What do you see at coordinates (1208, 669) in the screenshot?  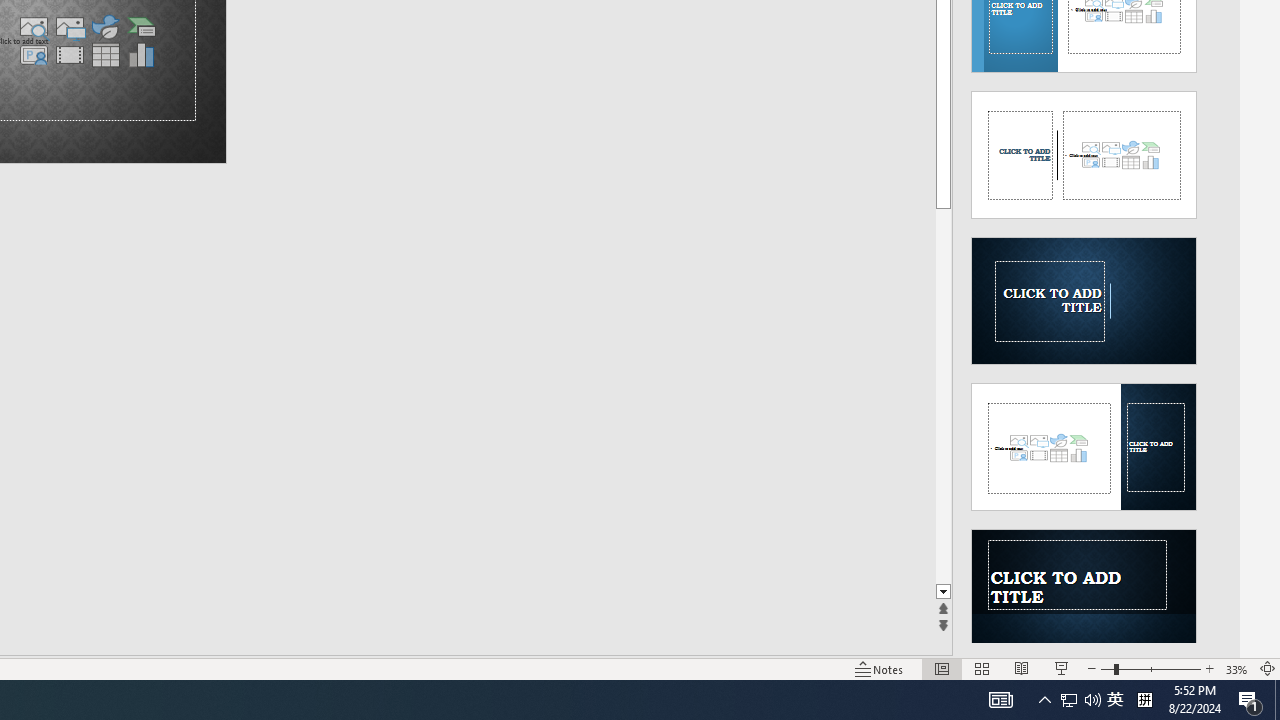 I see `'Zoom In'` at bounding box center [1208, 669].